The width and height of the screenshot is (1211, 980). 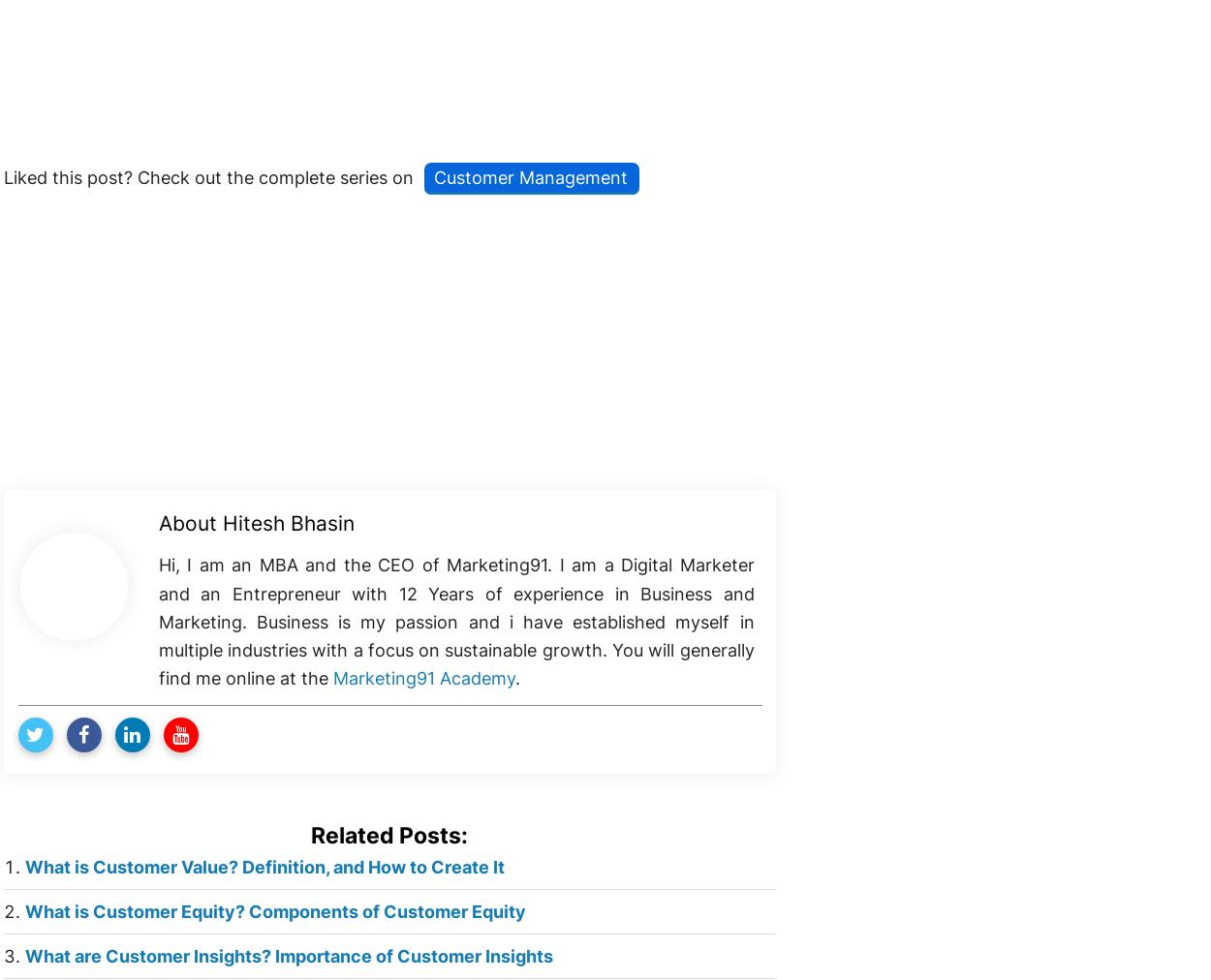 What do you see at coordinates (288, 522) in the screenshot?
I see `'Hitesh Bhasin'` at bounding box center [288, 522].